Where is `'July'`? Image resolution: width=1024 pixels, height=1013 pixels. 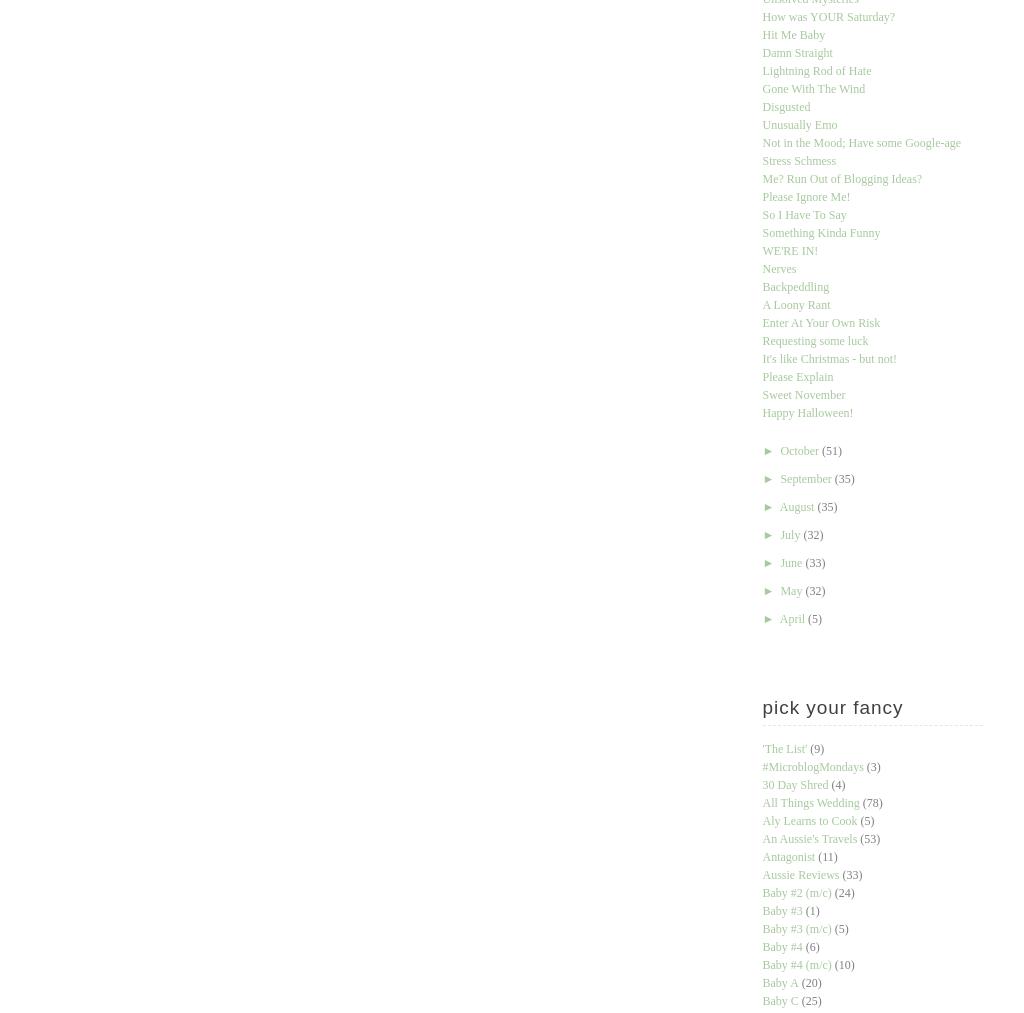 'July' is located at coordinates (791, 534).